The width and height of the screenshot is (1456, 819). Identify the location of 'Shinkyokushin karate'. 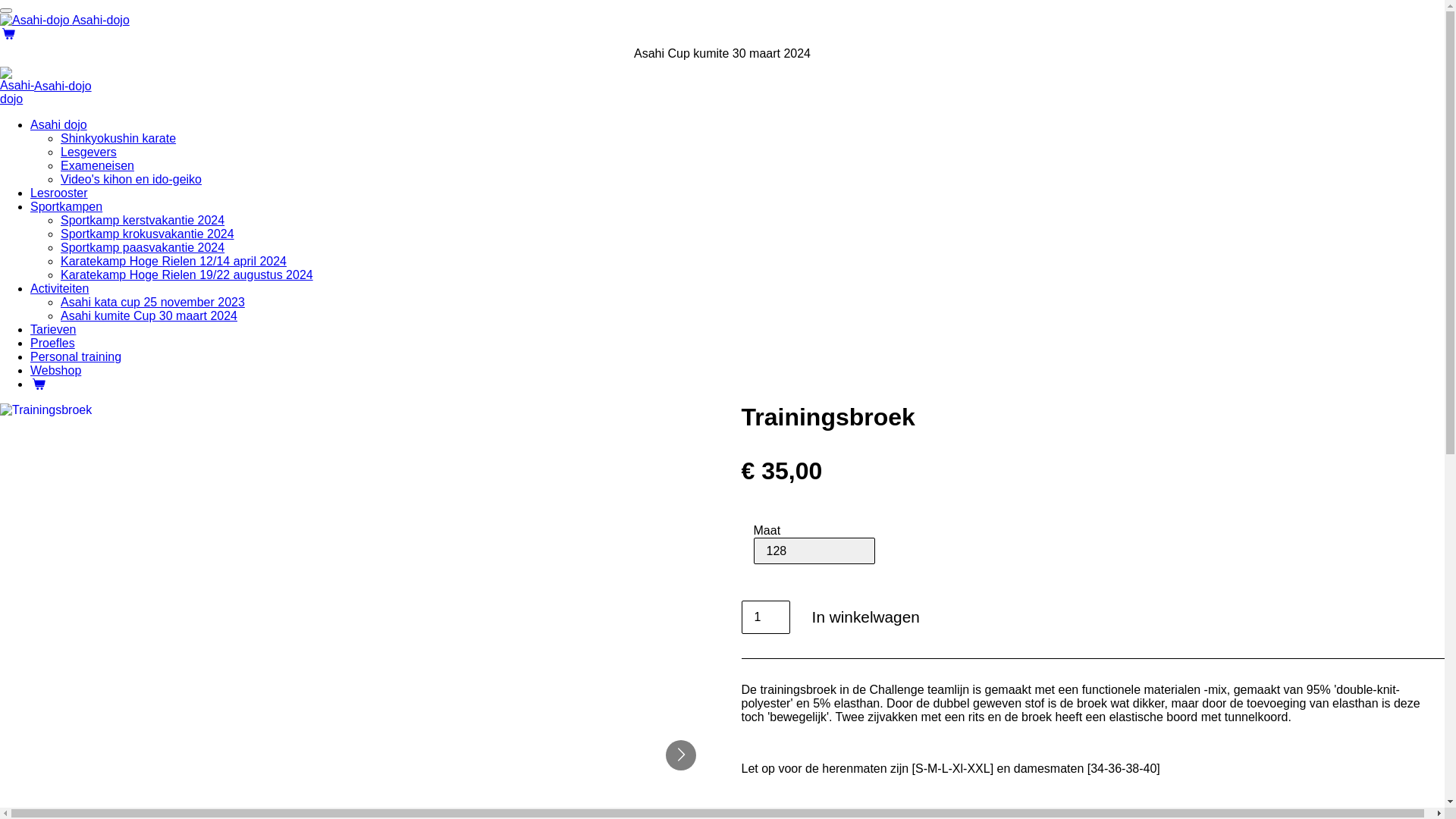
(61, 138).